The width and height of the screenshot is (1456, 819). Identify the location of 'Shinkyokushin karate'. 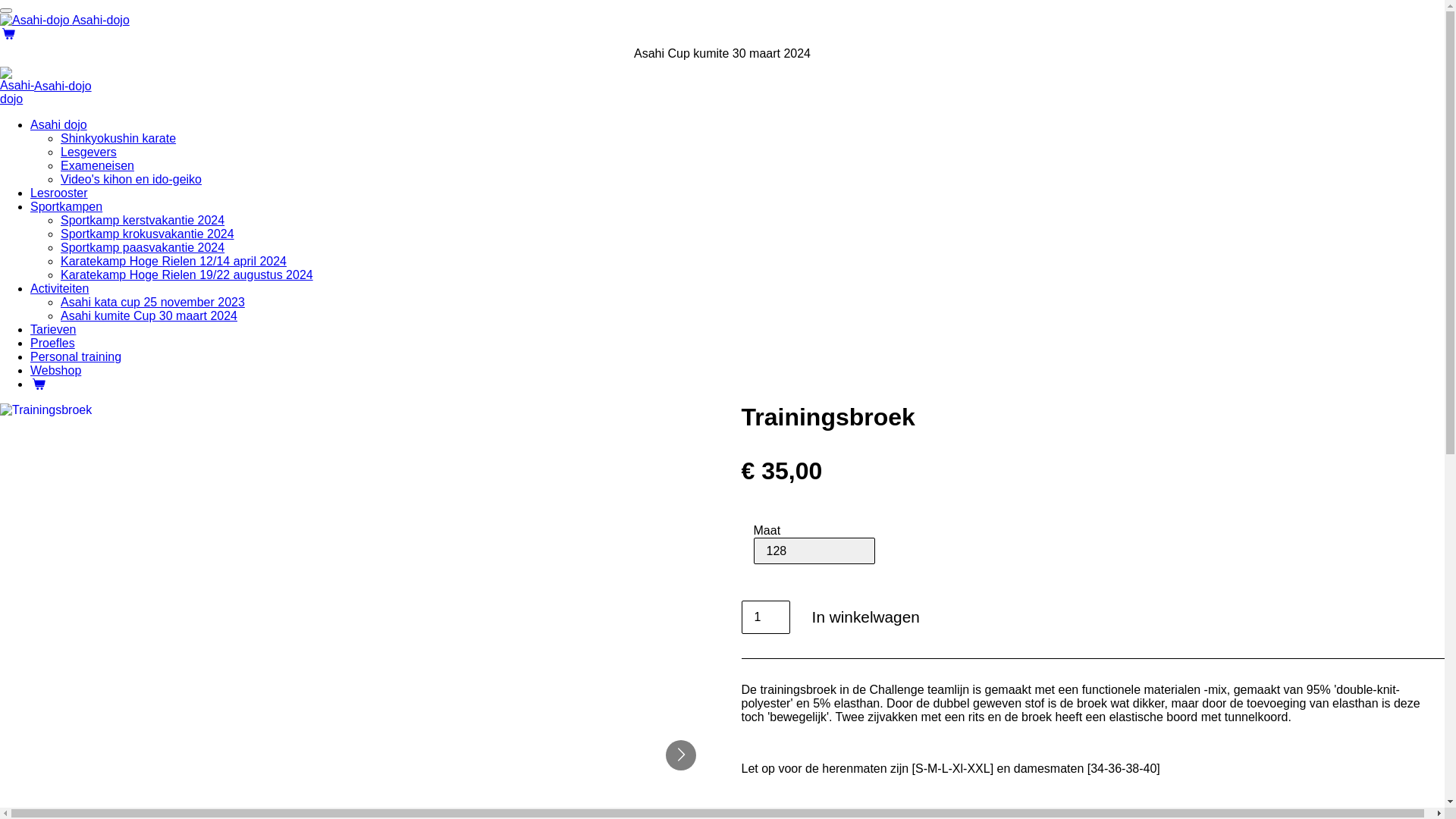
(61, 138).